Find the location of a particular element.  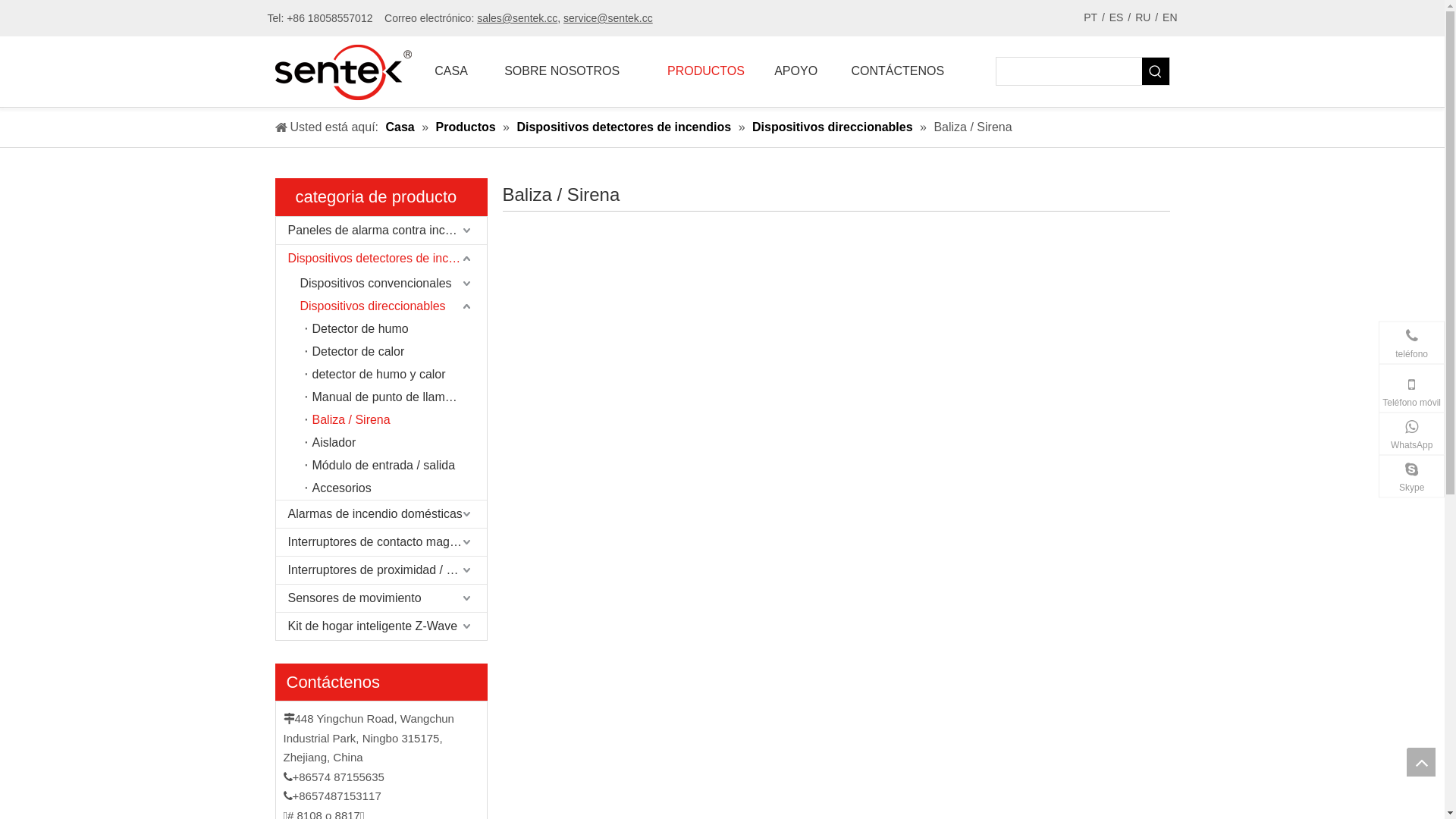

'Aislador' is located at coordinates (396, 442).